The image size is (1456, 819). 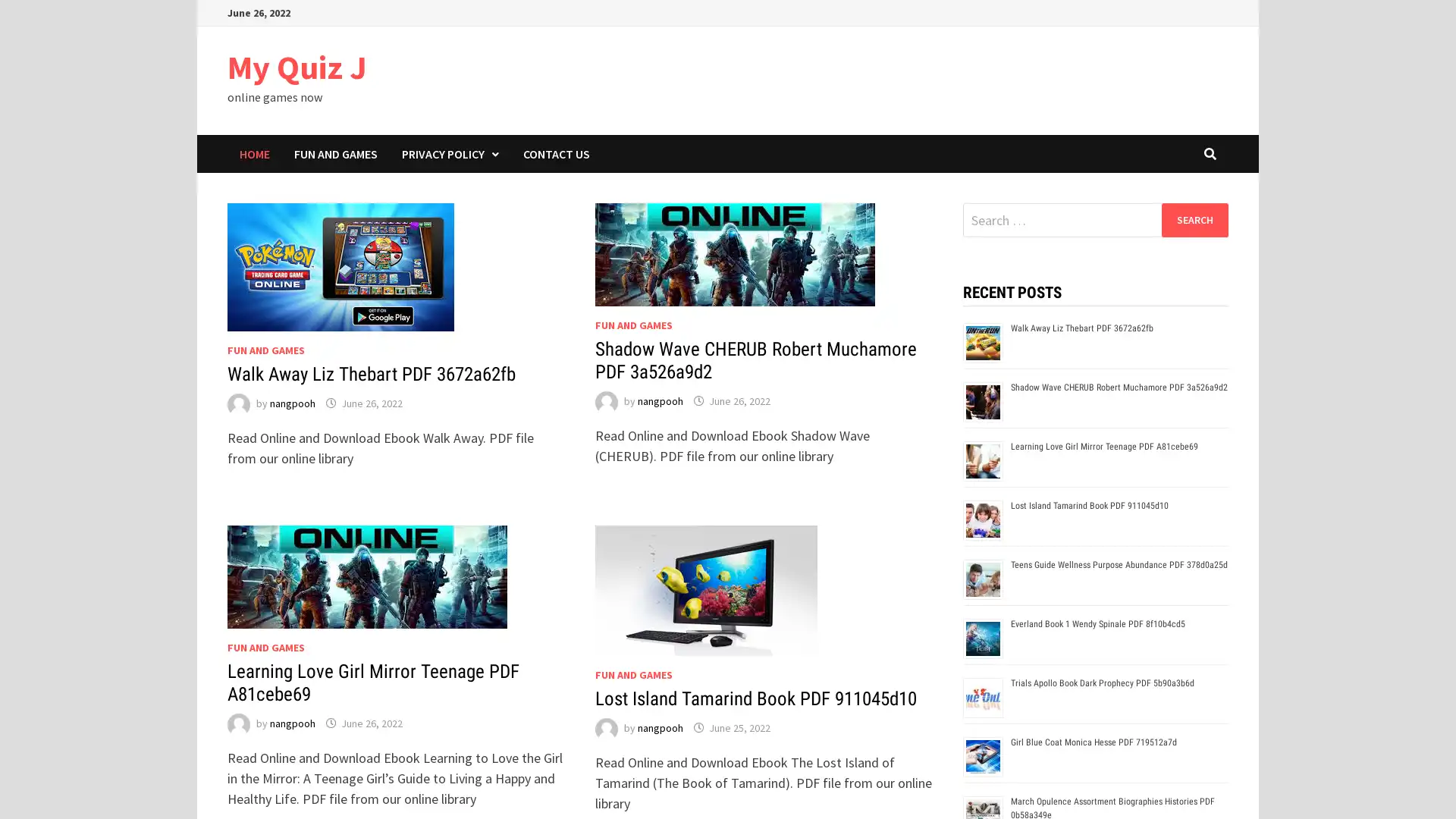 I want to click on Search, so click(x=1194, y=219).